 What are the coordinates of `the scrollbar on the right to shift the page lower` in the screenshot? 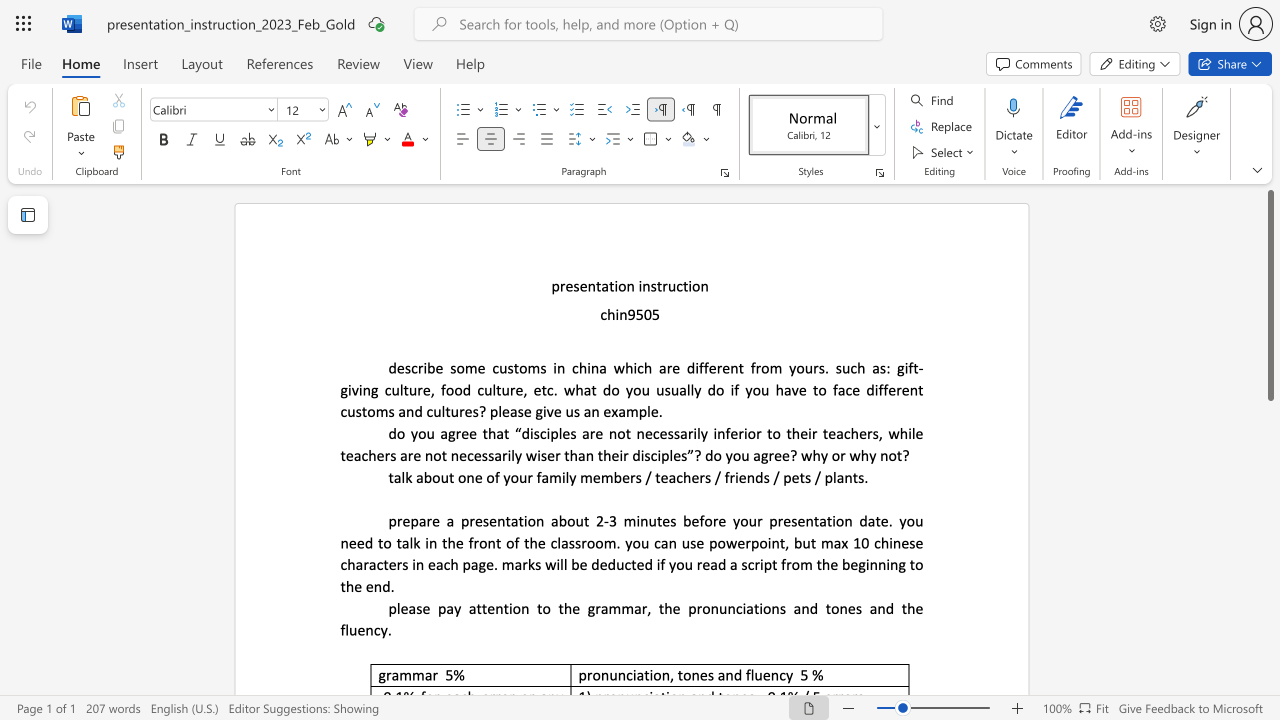 It's located at (1269, 418).